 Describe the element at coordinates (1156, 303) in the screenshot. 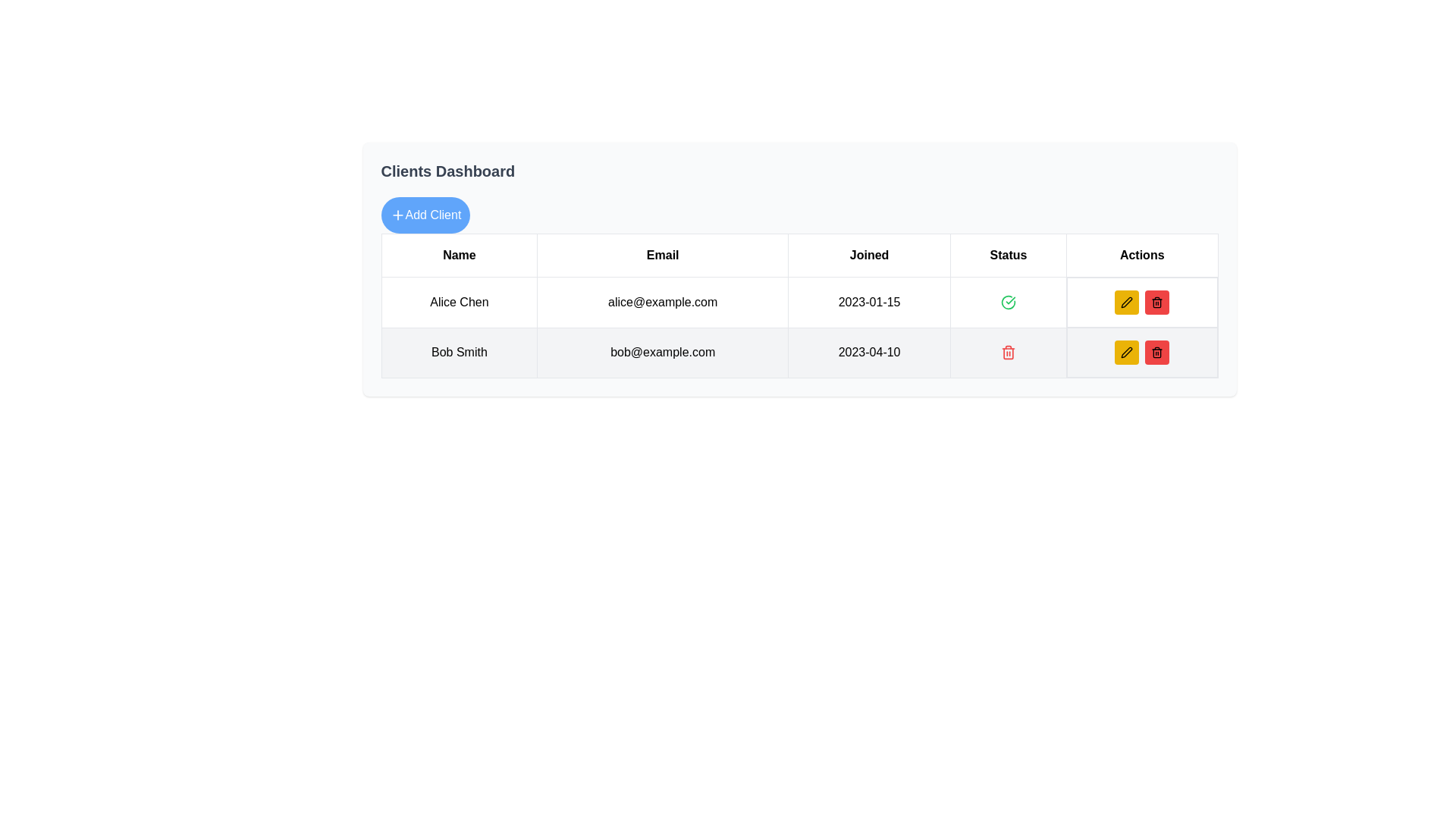

I see `the middle segment of the trash icon in the 'Actions' column for the user 'Bob Smith' located in the second row` at that location.